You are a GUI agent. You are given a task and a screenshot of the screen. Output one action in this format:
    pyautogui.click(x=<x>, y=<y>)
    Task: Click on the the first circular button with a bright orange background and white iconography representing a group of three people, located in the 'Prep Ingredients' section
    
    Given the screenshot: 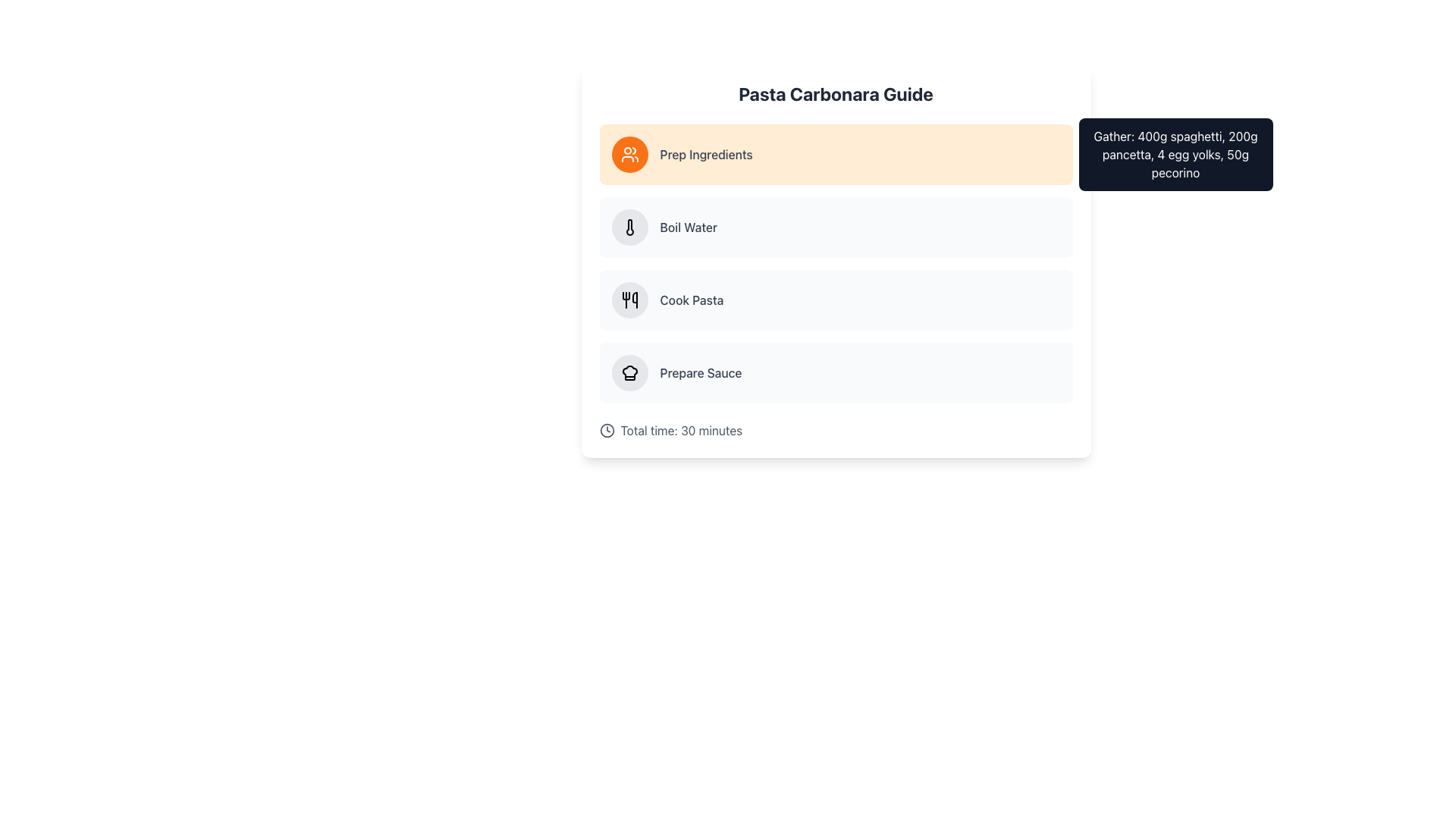 What is the action you would take?
    pyautogui.click(x=629, y=155)
    